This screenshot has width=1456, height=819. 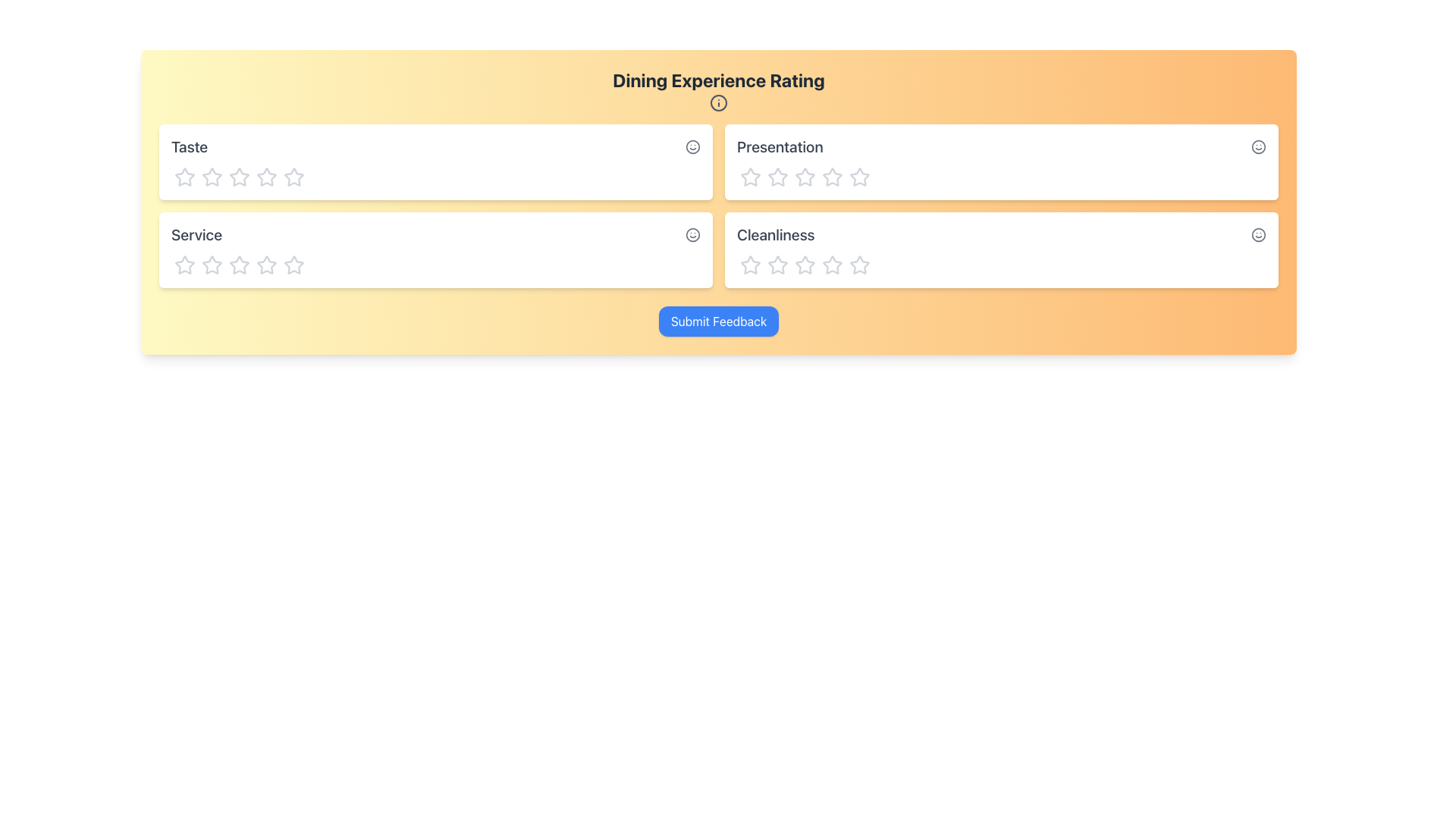 What do you see at coordinates (1259, 234) in the screenshot?
I see `the circular smiley face icon located at the far right of the 'Cleanliness' row, adjacent to the rating stars` at bounding box center [1259, 234].